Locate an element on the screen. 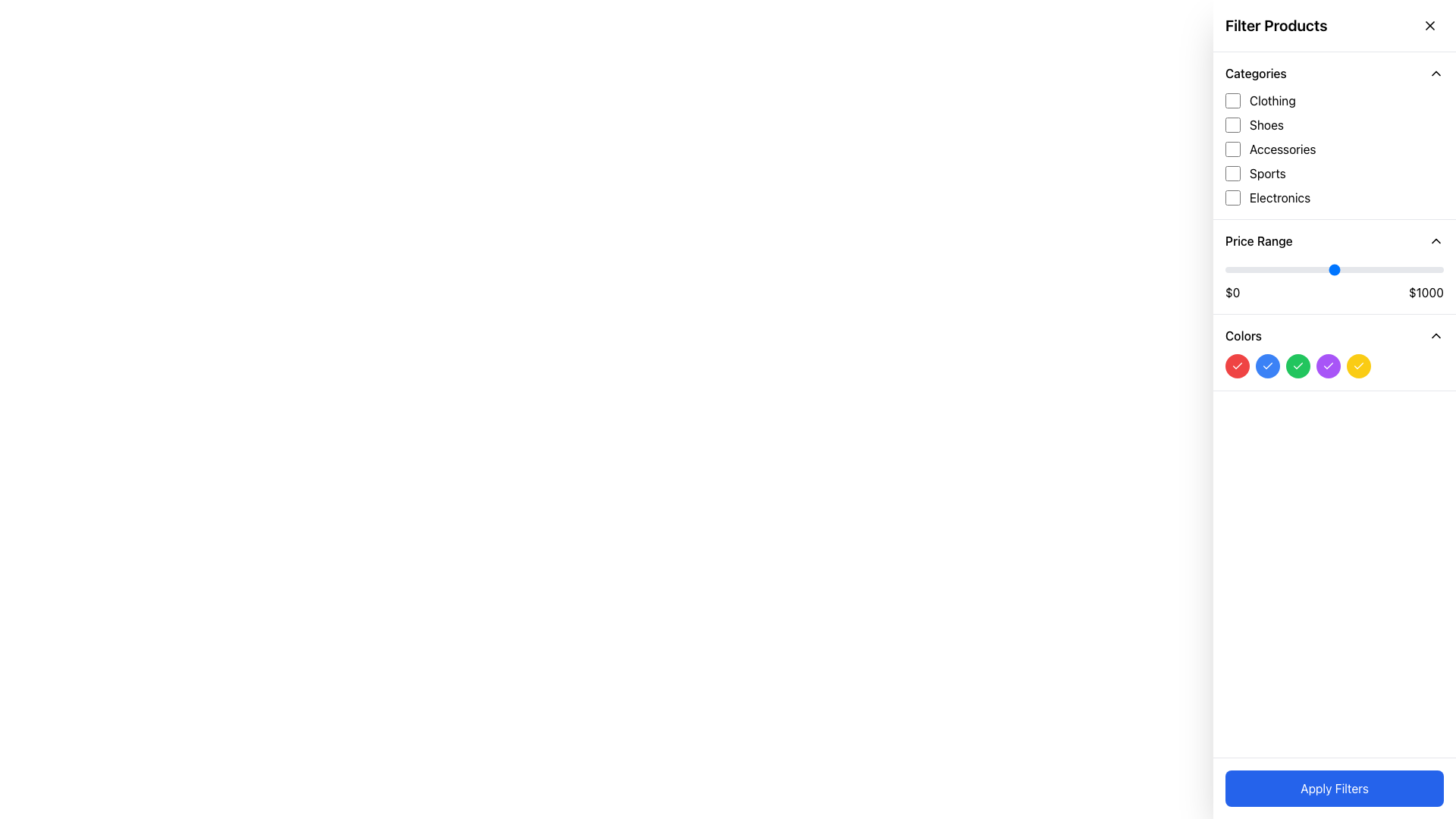 The width and height of the screenshot is (1456, 819). the price range slider is located at coordinates (1332, 268).